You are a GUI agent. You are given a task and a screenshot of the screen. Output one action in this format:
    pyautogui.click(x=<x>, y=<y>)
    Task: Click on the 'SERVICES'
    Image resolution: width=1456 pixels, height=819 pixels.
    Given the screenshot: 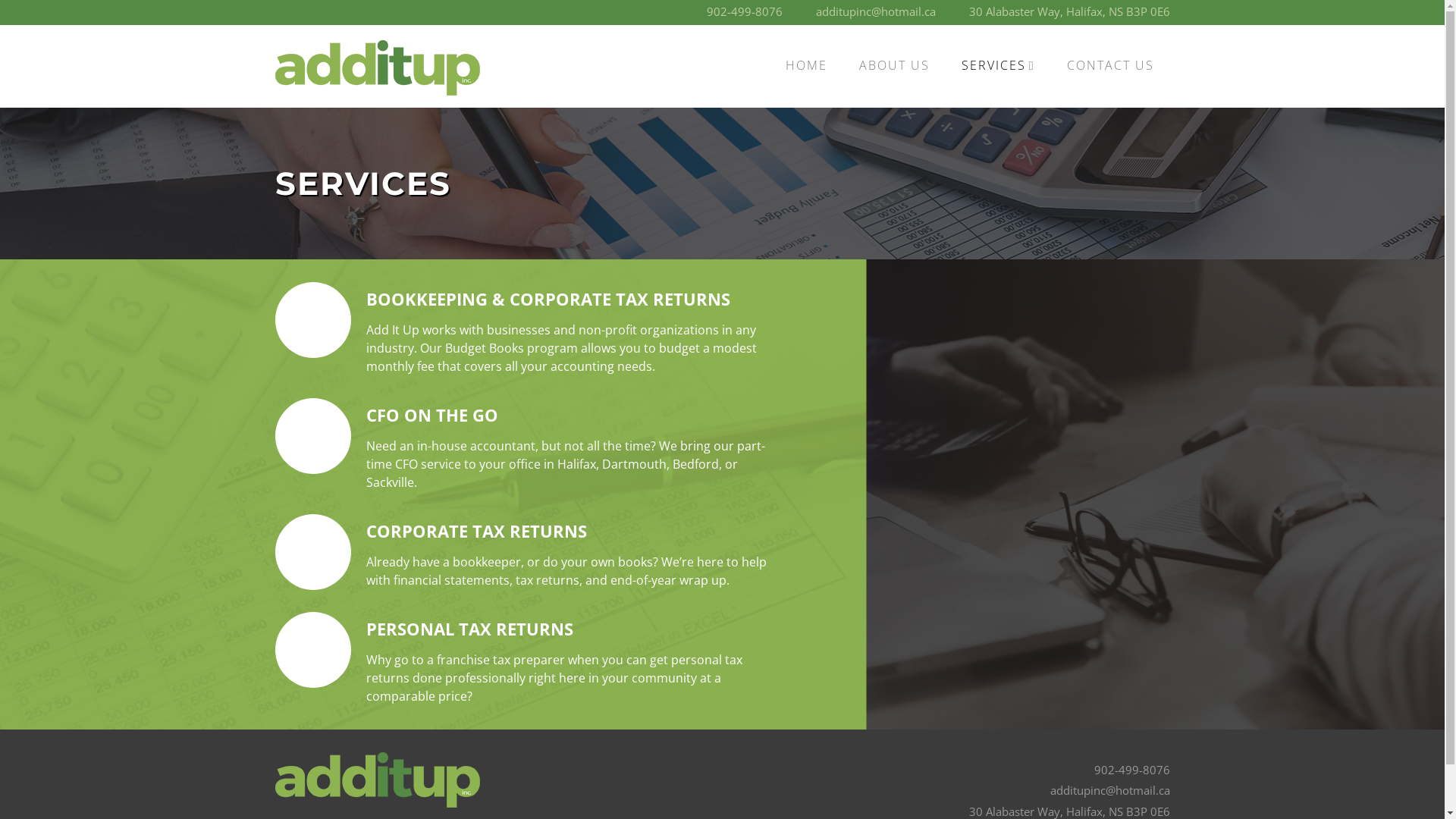 What is the action you would take?
    pyautogui.click(x=998, y=64)
    